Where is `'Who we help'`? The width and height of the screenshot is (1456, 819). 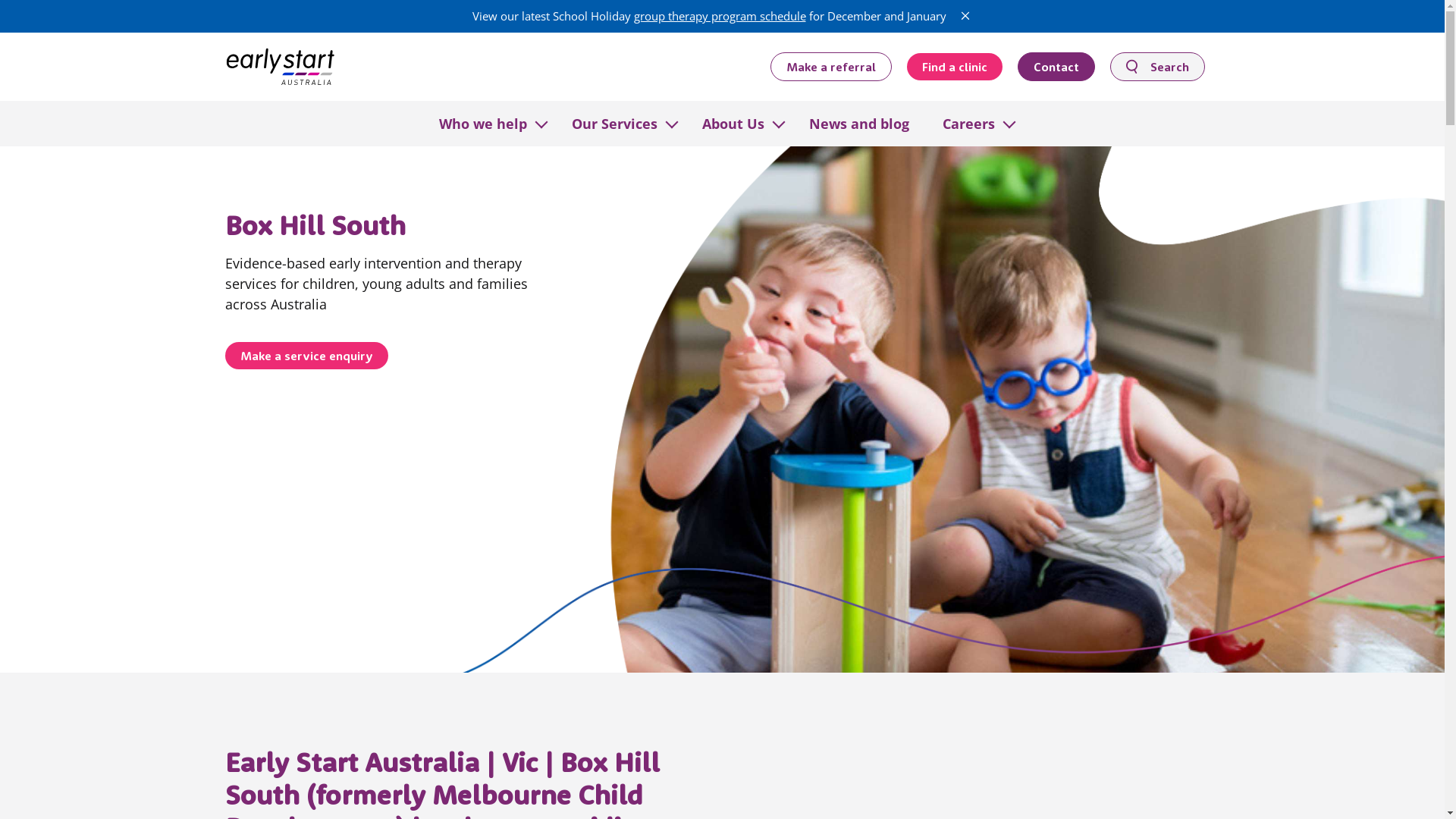
'Who we help' is located at coordinates (481, 122).